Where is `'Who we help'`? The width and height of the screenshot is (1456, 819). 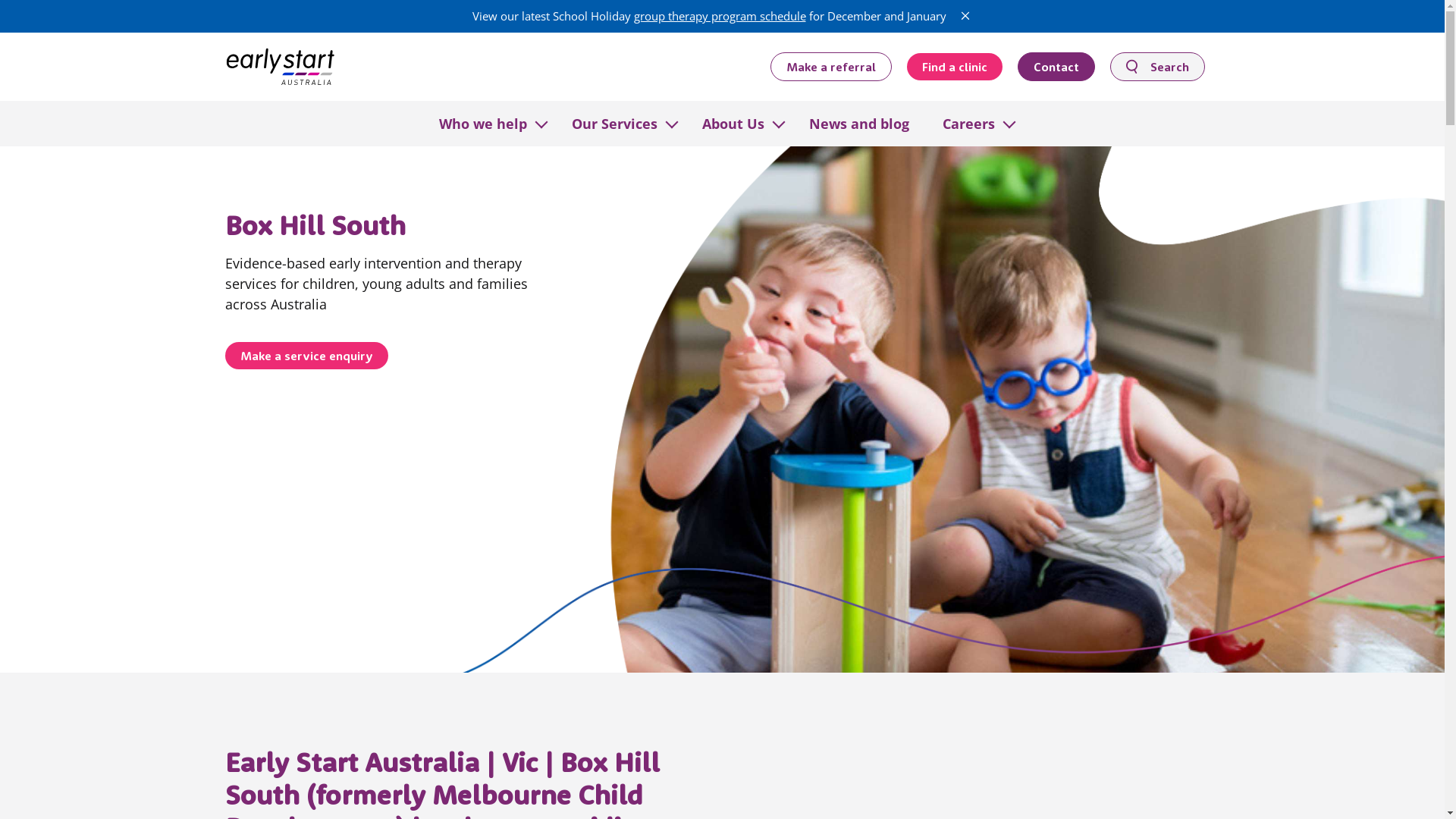
'Who we help' is located at coordinates (481, 122).